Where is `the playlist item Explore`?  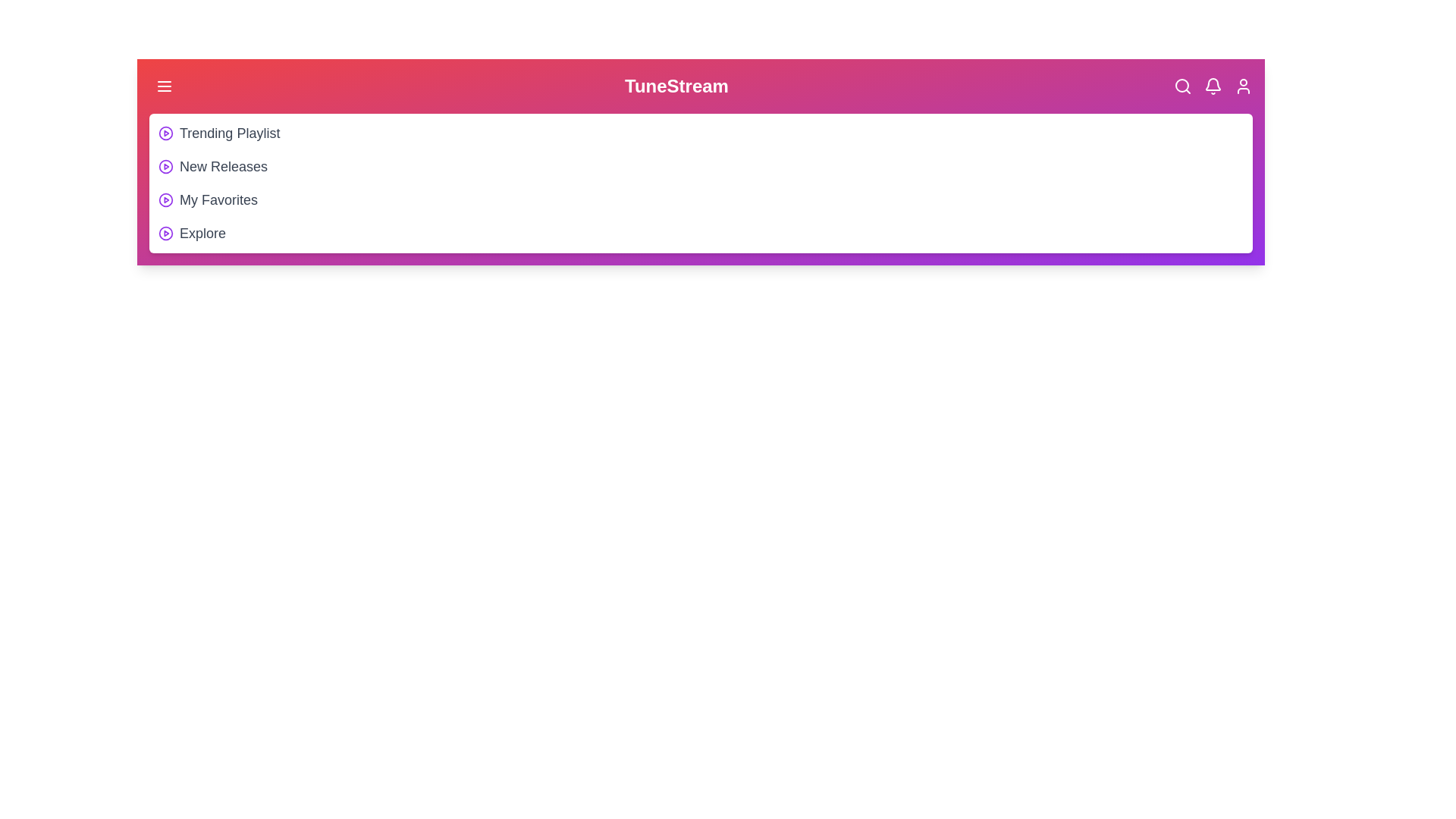
the playlist item Explore is located at coordinates (202, 234).